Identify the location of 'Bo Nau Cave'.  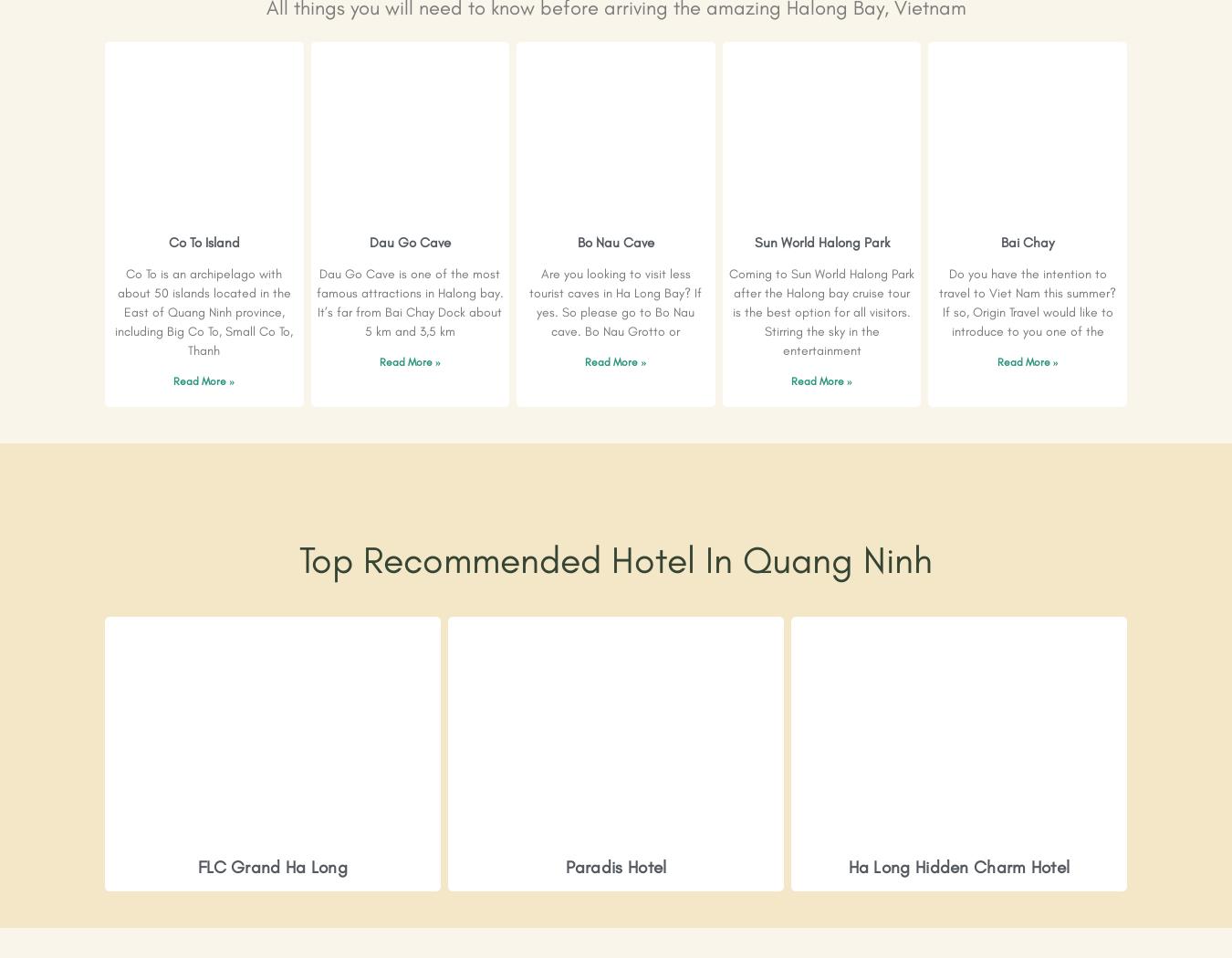
(615, 242).